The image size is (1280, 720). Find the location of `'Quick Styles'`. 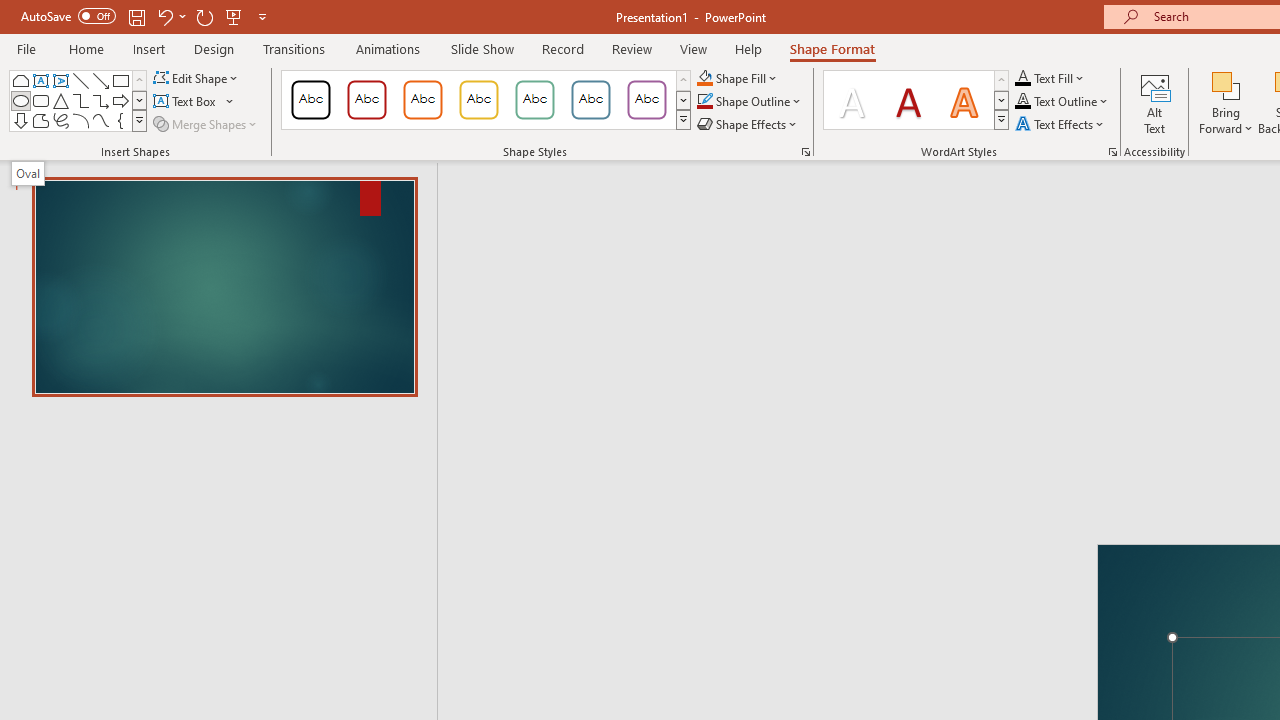

'Quick Styles' is located at coordinates (1001, 120).